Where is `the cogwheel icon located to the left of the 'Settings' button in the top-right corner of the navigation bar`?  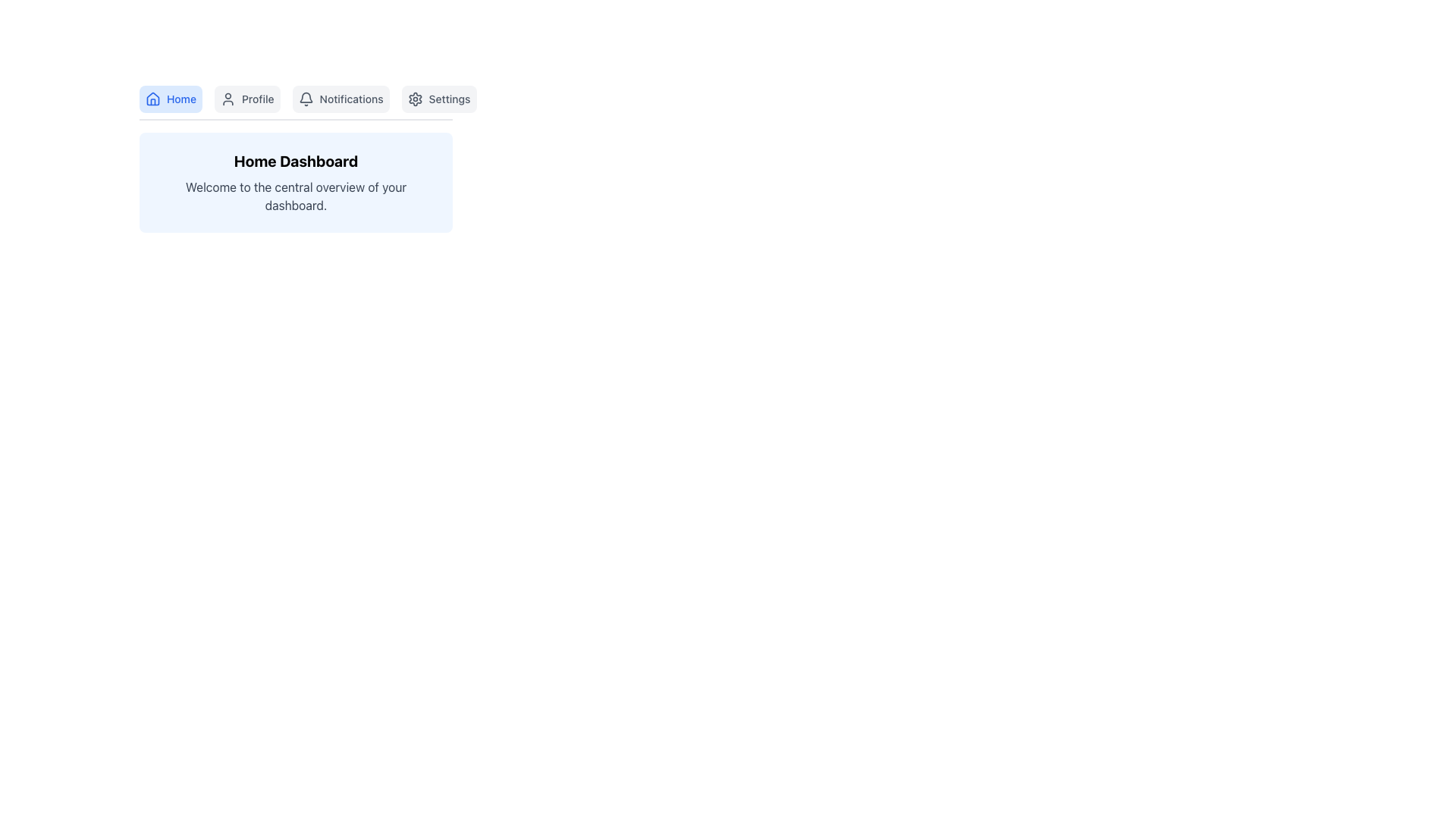
the cogwheel icon located to the left of the 'Settings' button in the top-right corner of the navigation bar is located at coordinates (415, 99).